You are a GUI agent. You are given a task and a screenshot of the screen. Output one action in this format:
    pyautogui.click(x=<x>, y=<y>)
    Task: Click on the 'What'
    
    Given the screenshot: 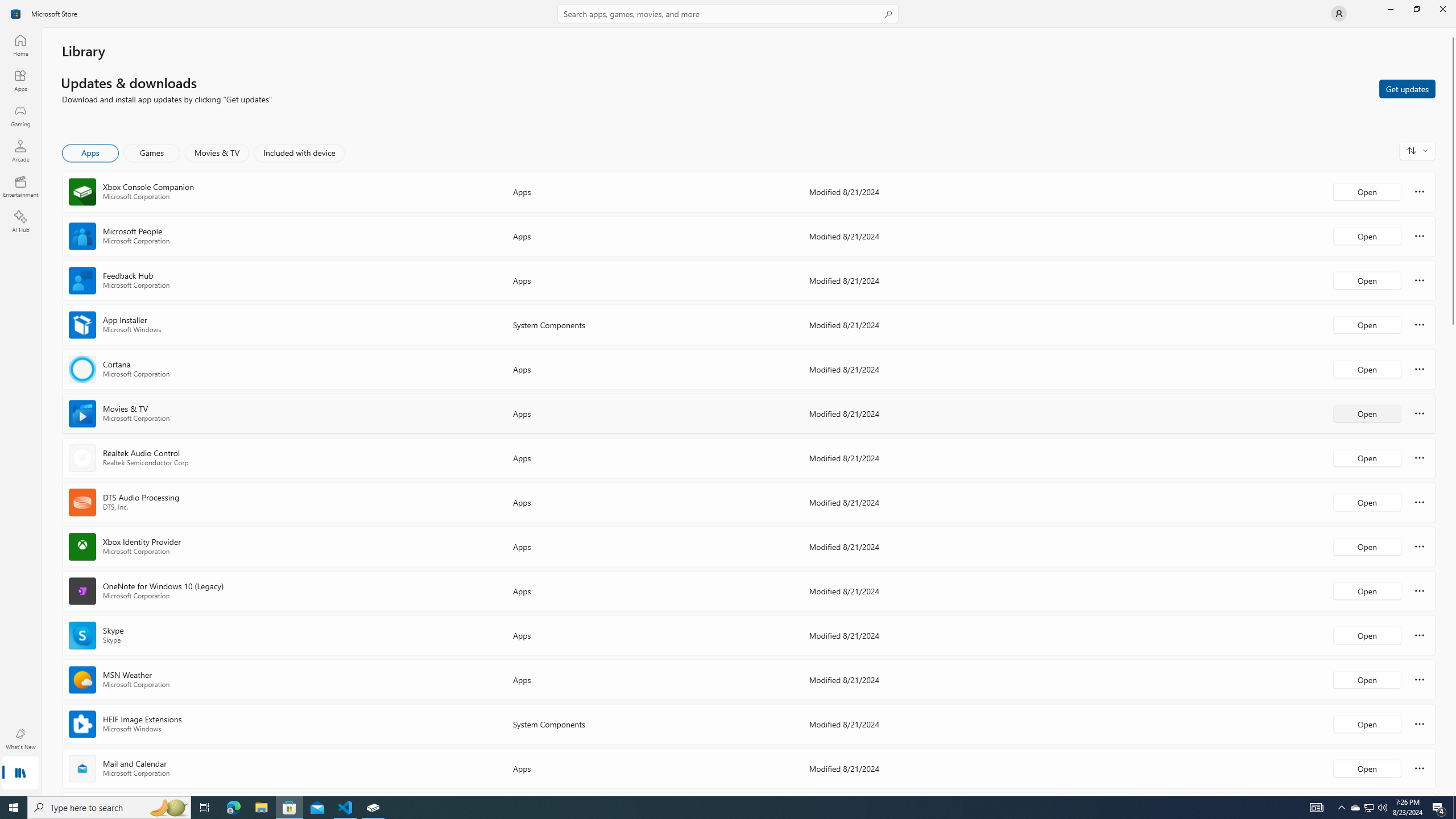 What is the action you would take?
    pyautogui.click(x=19, y=738)
    